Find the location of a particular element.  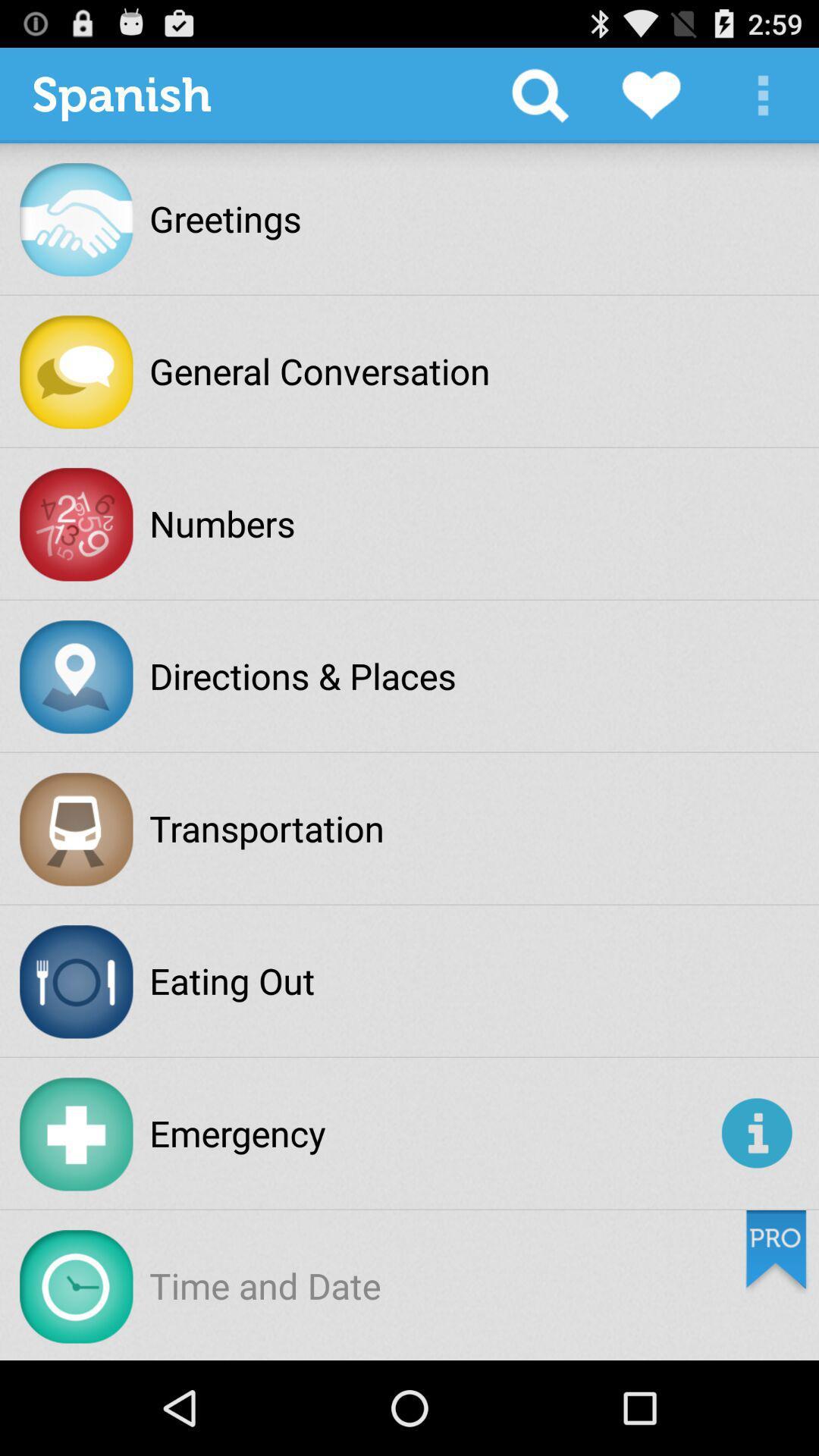

emergency at the bottom is located at coordinates (432, 1133).